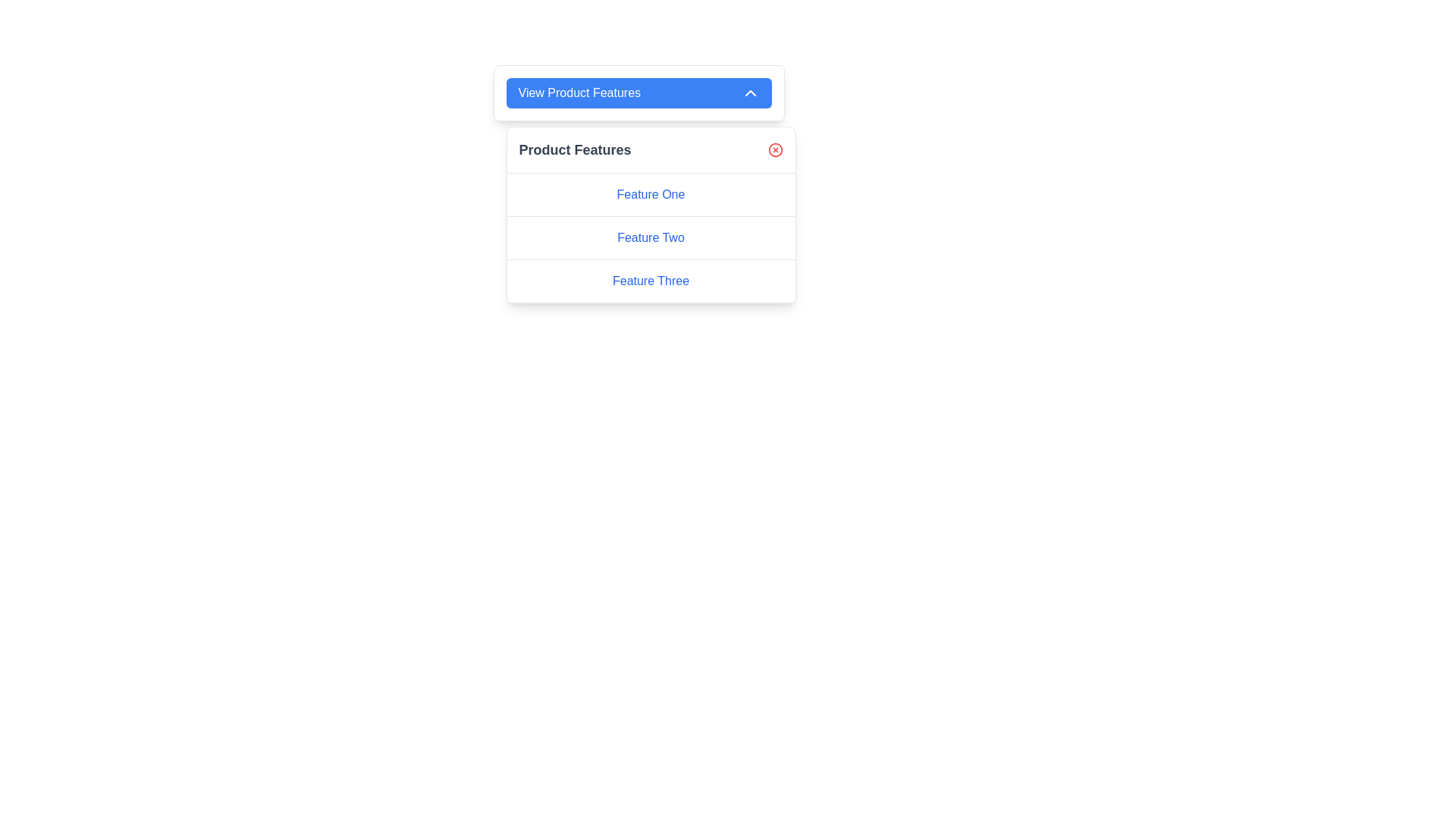 This screenshot has width=1456, height=819. What do you see at coordinates (651, 215) in the screenshot?
I see `the 'Product Features' dropdown menu, which is styled with a white background and contains interactive items labeled 'Feature One', 'Feature Two', and 'Feature Three'` at bounding box center [651, 215].